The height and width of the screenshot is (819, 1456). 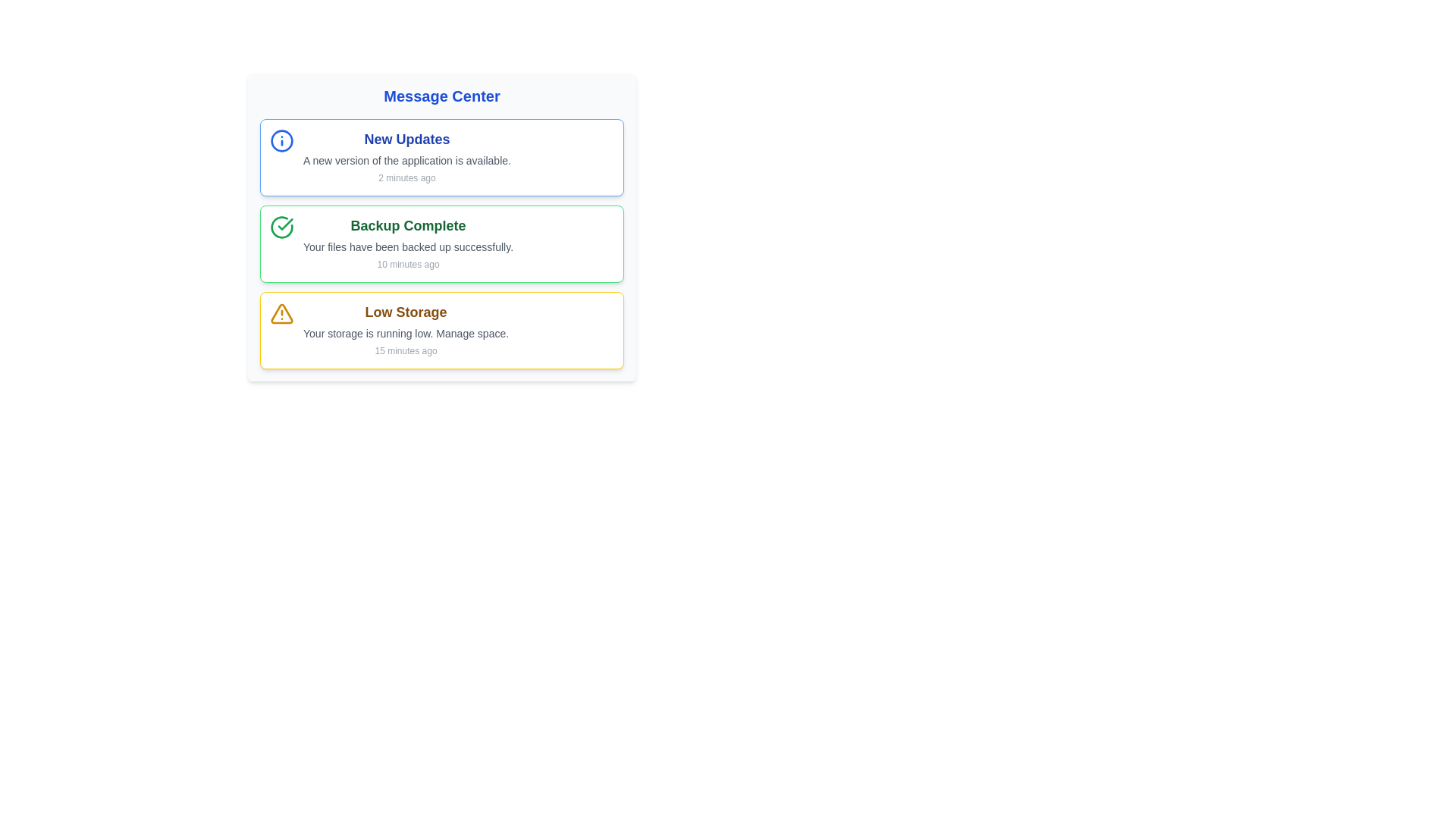 What do you see at coordinates (407, 177) in the screenshot?
I see `timestamp text label located at the bottom-right of the 'New Updates' card, beneath the description text 'A new version of the application is available.'` at bounding box center [407, 177].